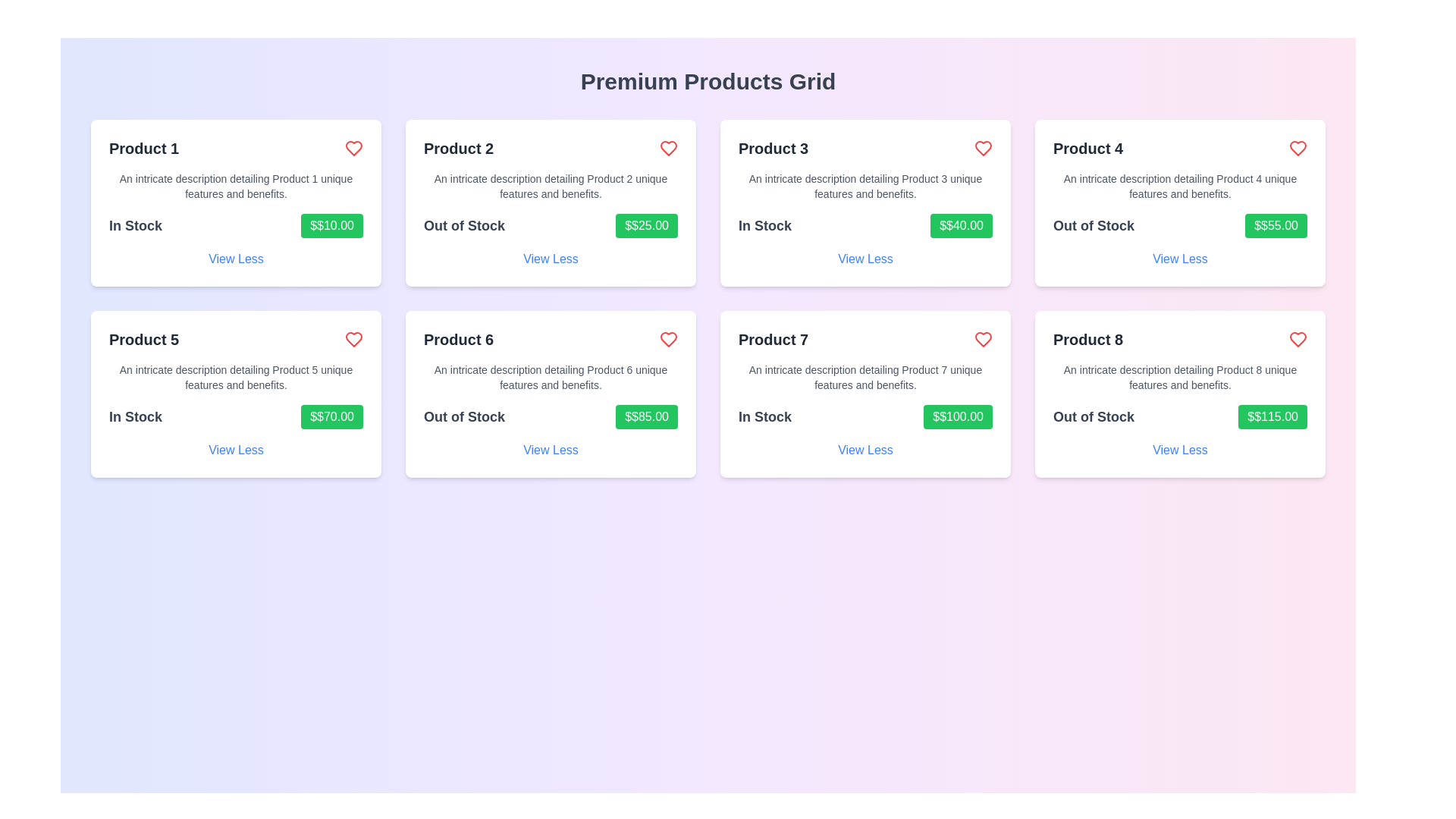 This screenshot has width=1456, height=819. What do you see at coordinates (865, 450) in the screenshot?
I see `the hyperlink located in the bottom-right segment of the card for 'Product 7'` at bounding box center [865, 450].